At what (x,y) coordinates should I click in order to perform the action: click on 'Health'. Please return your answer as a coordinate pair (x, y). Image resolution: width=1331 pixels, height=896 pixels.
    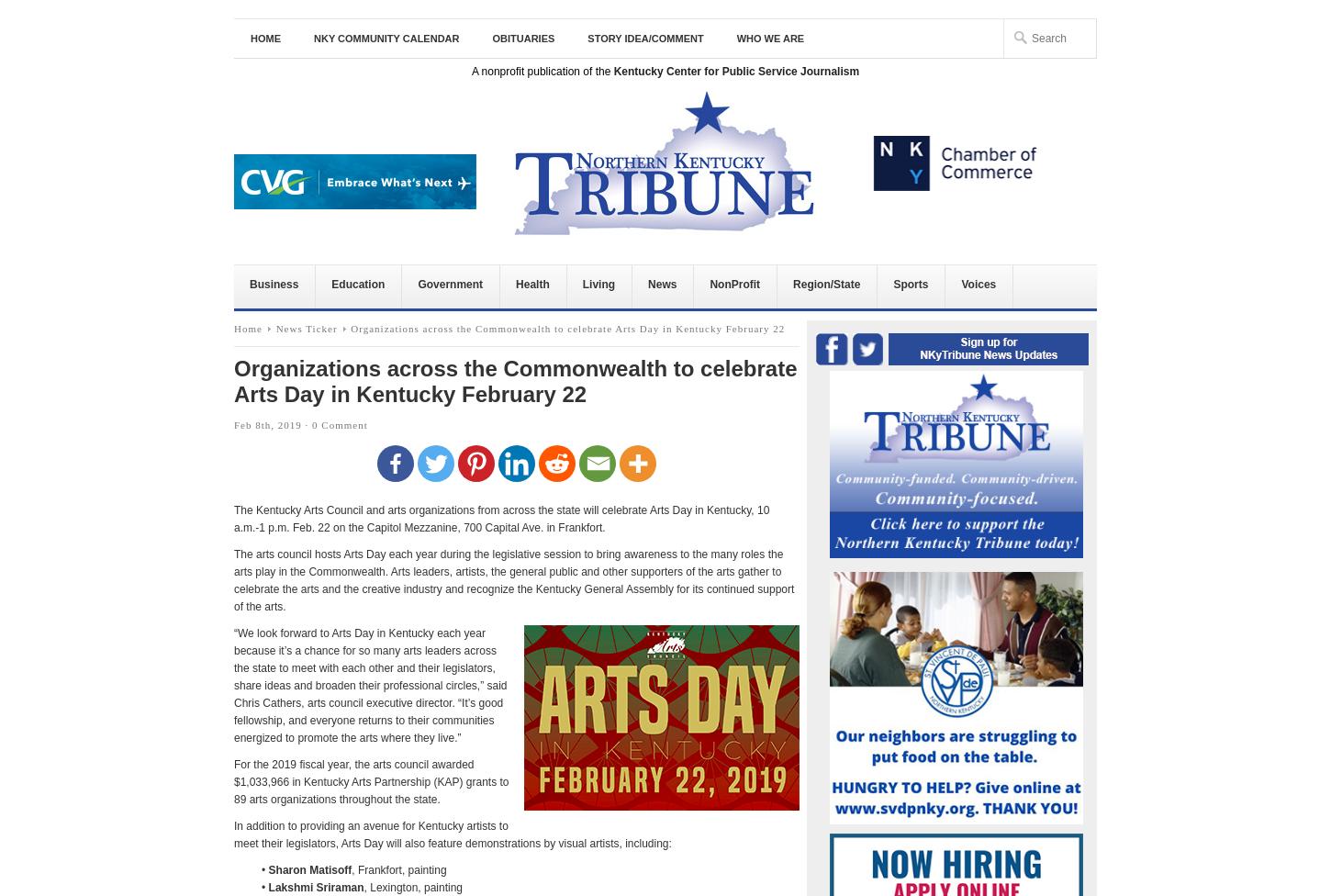
    Looking at the image, I should click on (532, 284).